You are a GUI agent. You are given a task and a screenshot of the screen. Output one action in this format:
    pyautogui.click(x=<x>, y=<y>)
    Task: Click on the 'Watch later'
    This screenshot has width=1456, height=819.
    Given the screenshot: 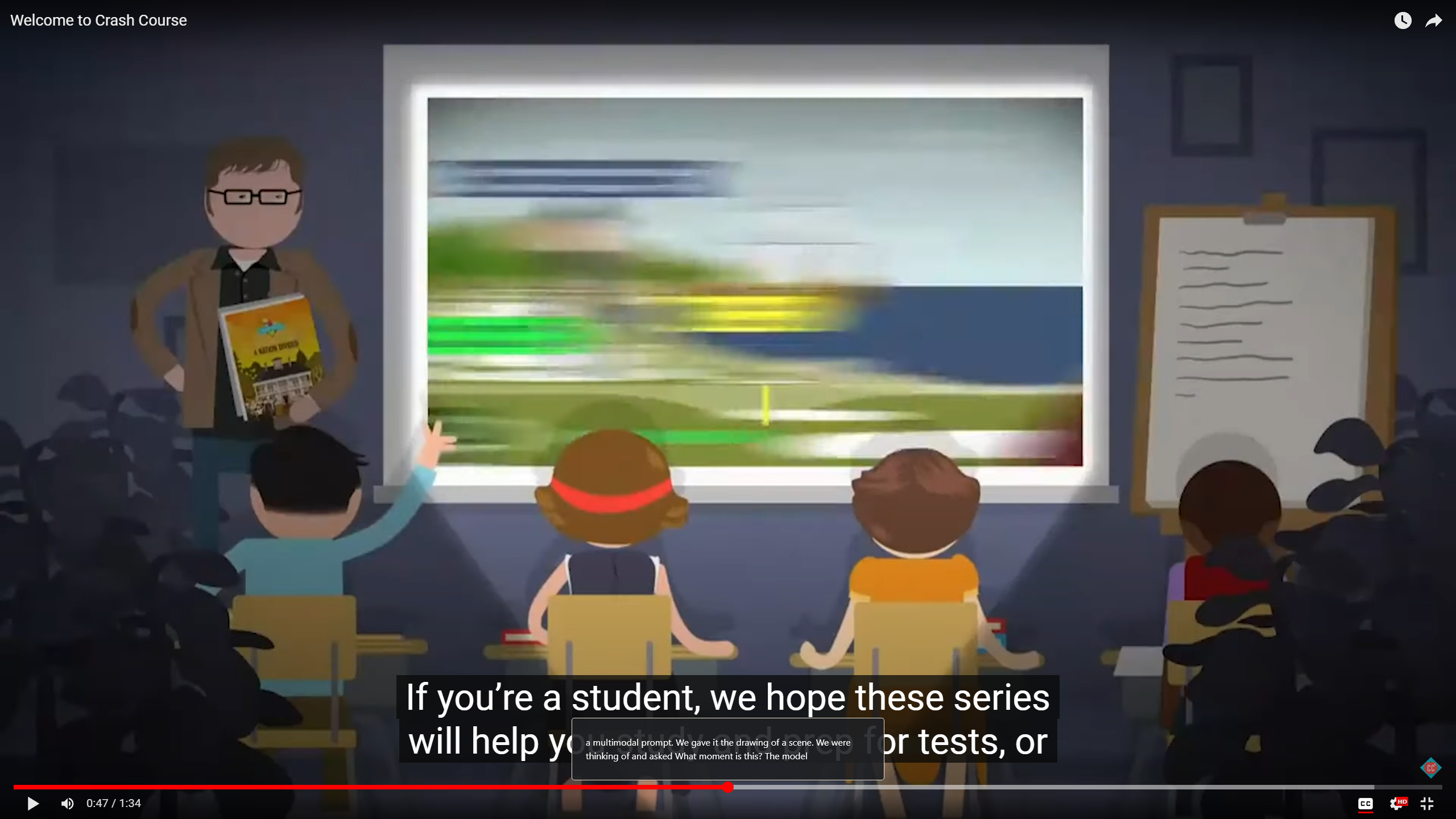 What is the action you would take?
    pyautogui.click(x=1403, y=17)
    